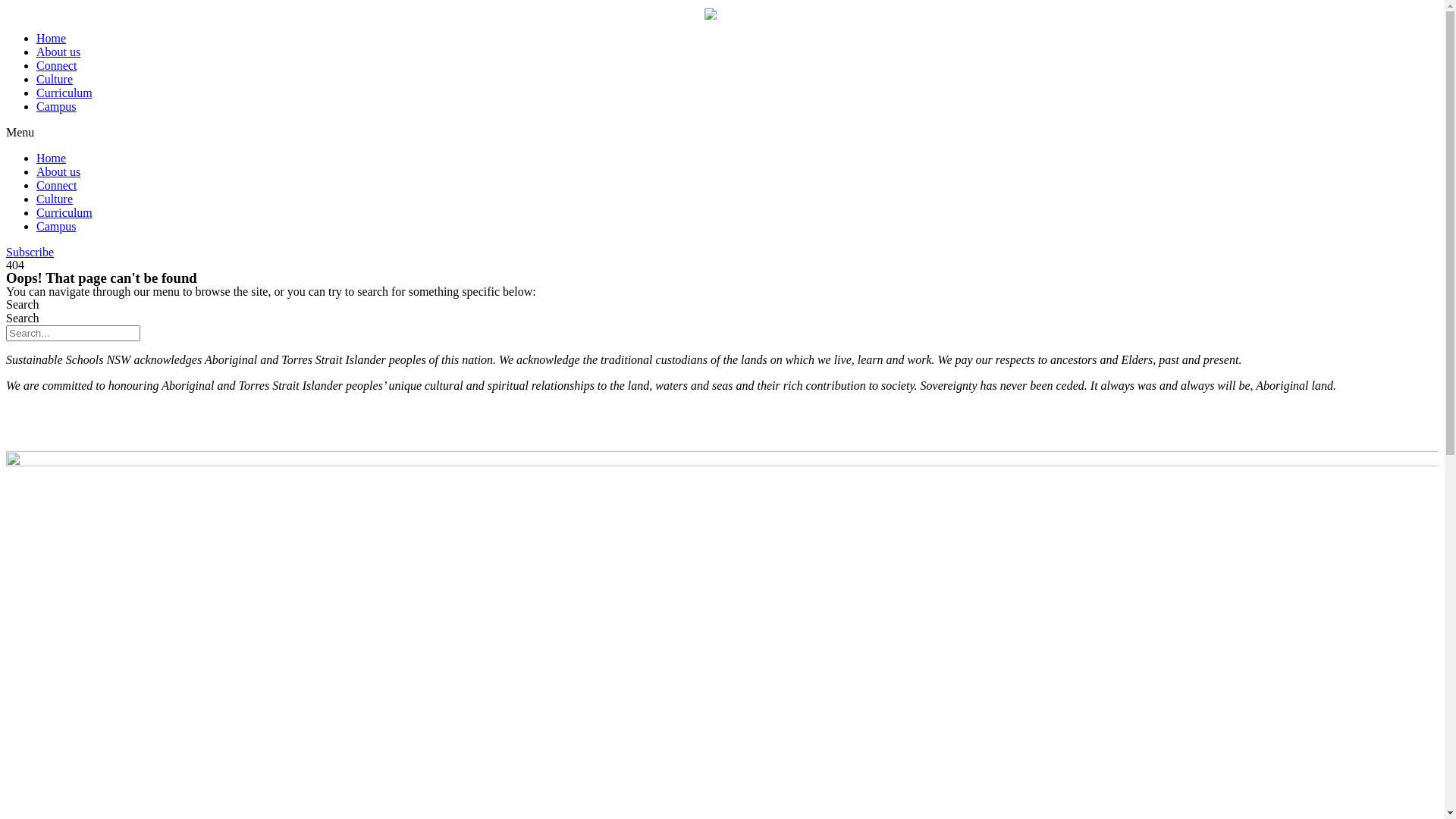 This screenshot has height=819, width=1456. What do you see at coordinates (55, 105) in the screenshot?
I see `'Campus'` at bounding box center [55, 105].